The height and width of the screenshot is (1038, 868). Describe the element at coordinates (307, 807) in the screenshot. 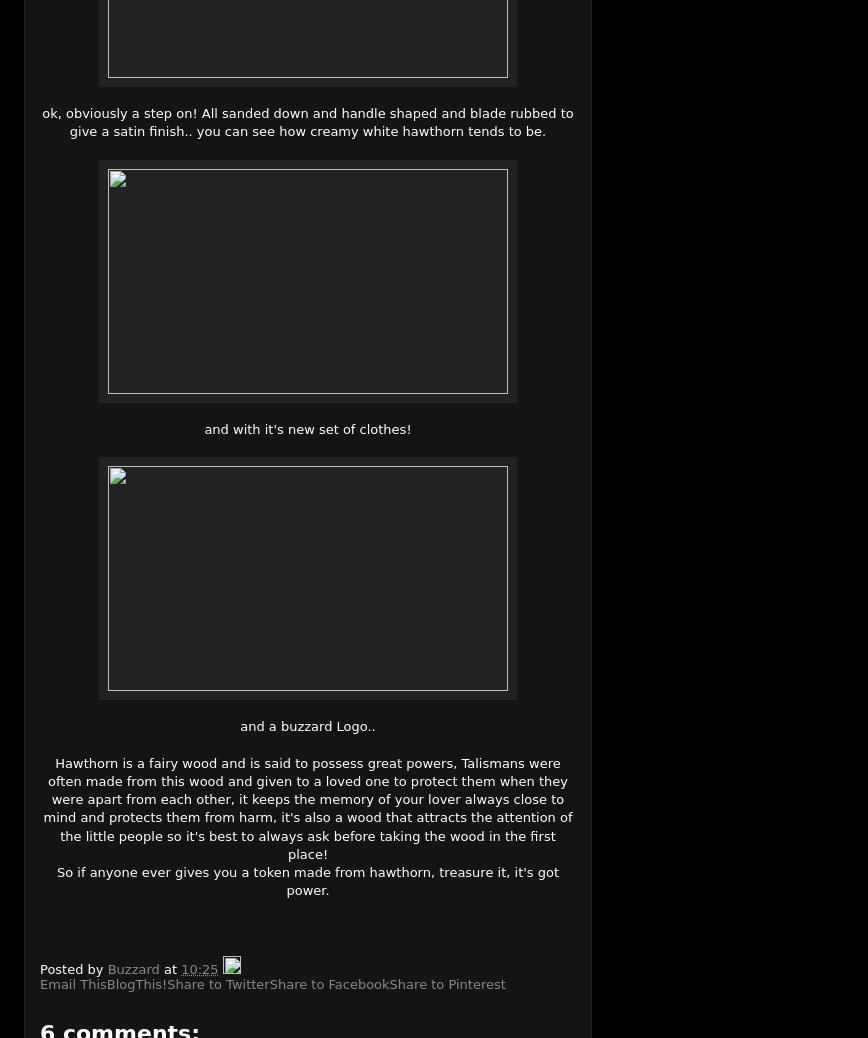

I see `'Hawthorn is a fairy wood and is said to possess great powers, Talismans were often made from this wood and given to a loved one to protect them when they were apart from each other, it keeps the memory of your lover always close to mind and protects them from harm, it's also a wood that attracts the attention of the little people so it's best to always ask before taking the wood in the first place!'` at that location.